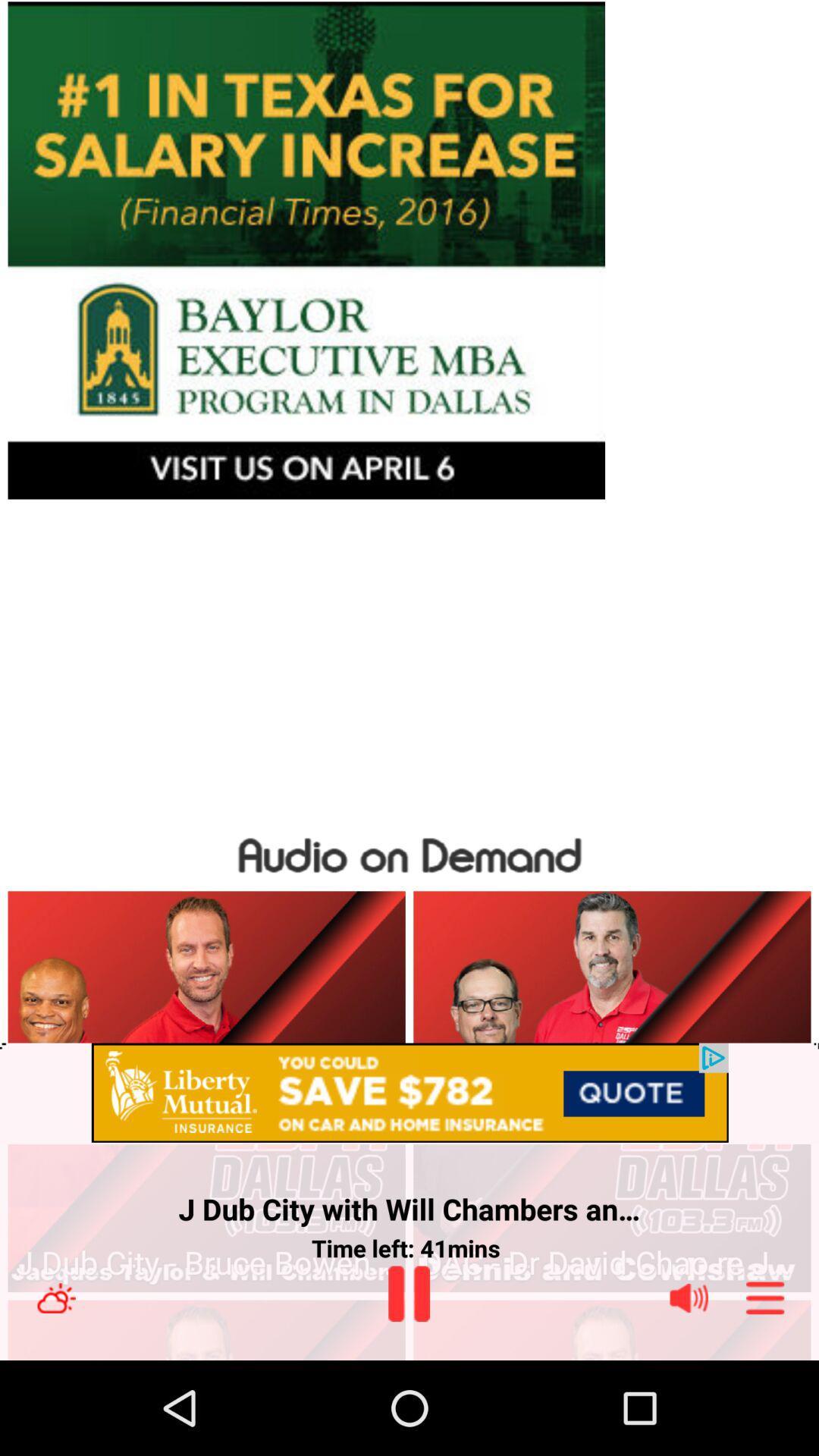 This screenshot has width=819, height=1456. I want to click on dac dr david item, so click(611, 1263).